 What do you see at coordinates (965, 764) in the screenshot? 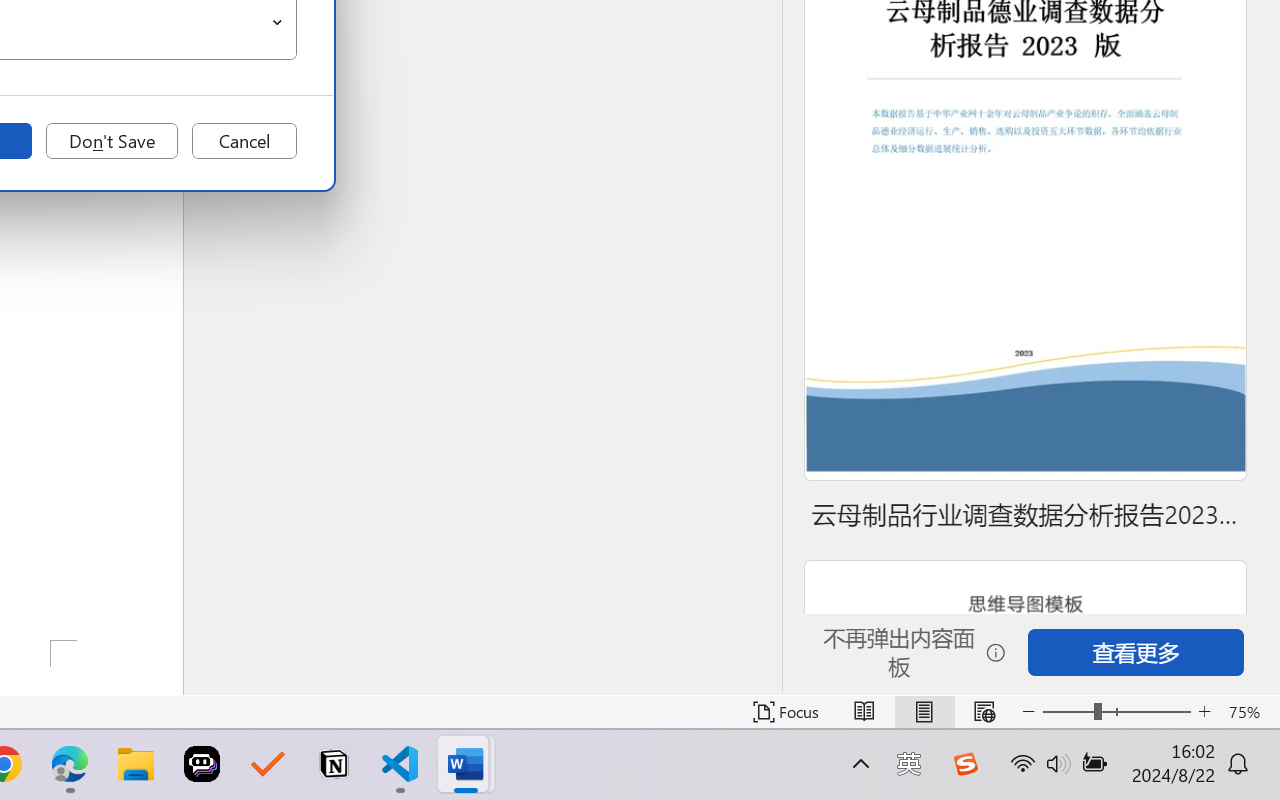
I see `'Class: Image'` at bounding box center [965, 764].